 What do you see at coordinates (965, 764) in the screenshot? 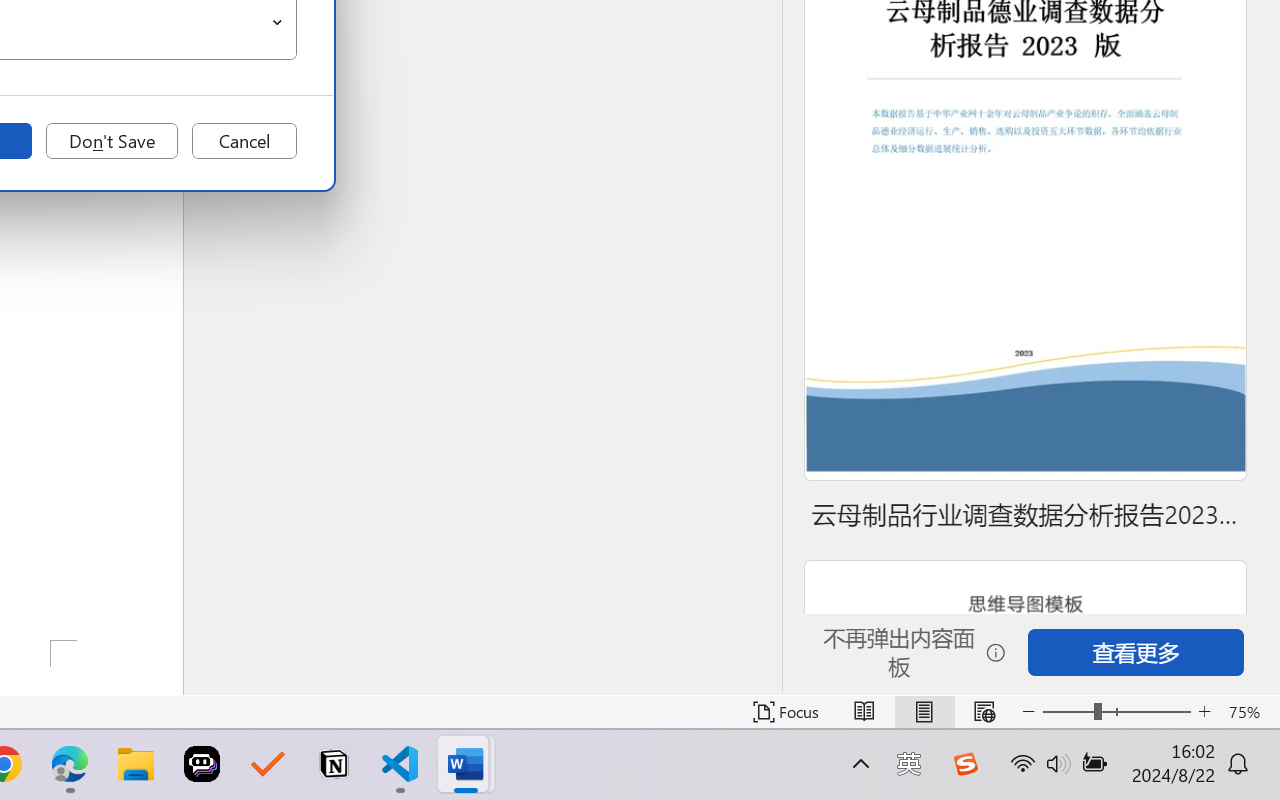
I see `'Class: Image'` at bounding box center [965, 764].